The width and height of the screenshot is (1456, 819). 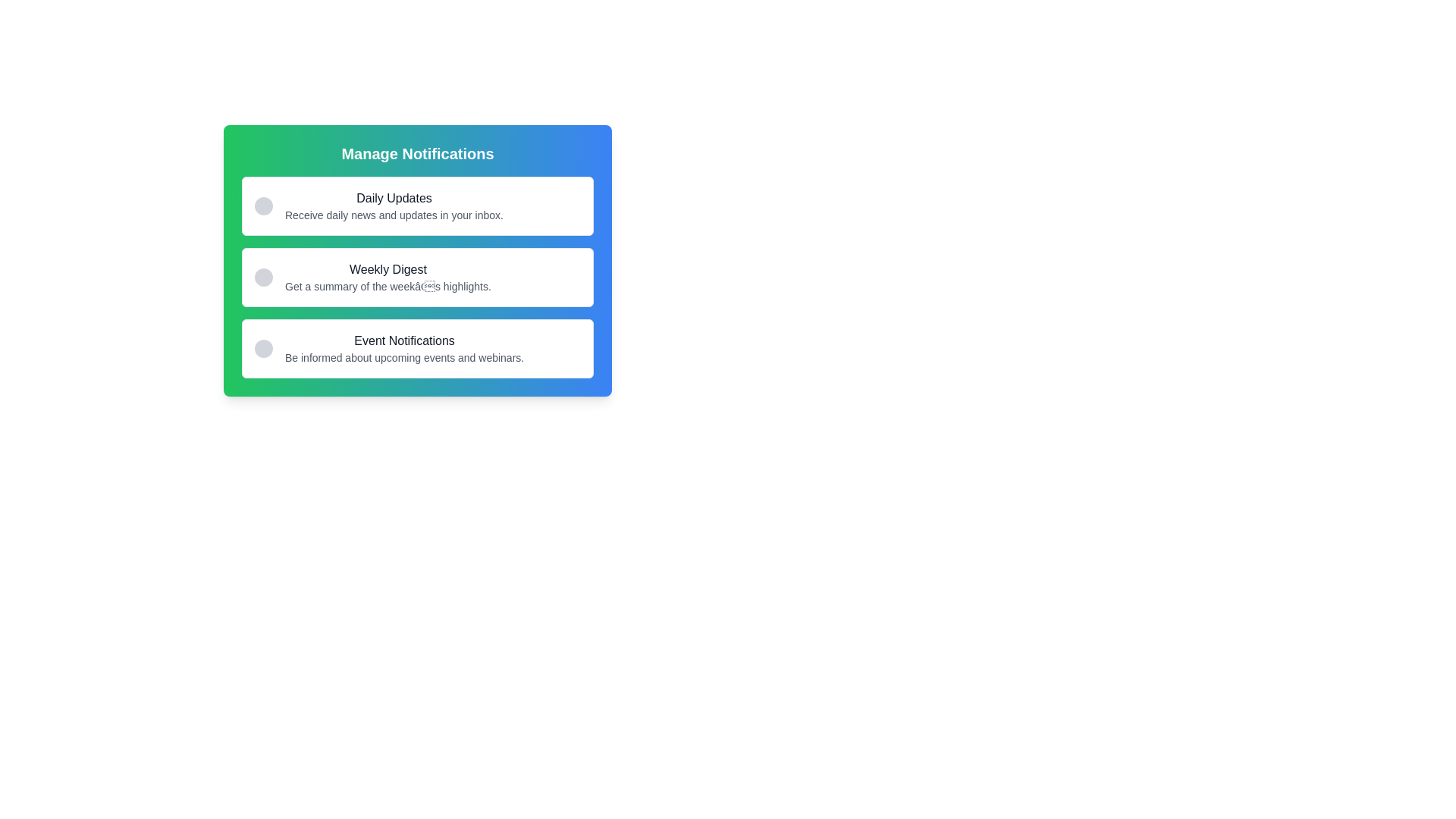 What do you see at coordinates (388, 278) in the screenshot?
I see `the title 'Weekly Digest' and subtitle 'Get a summary of the week’s highlights.' by clicking on the center of the element that contains them` at bounding box center [388, 278].